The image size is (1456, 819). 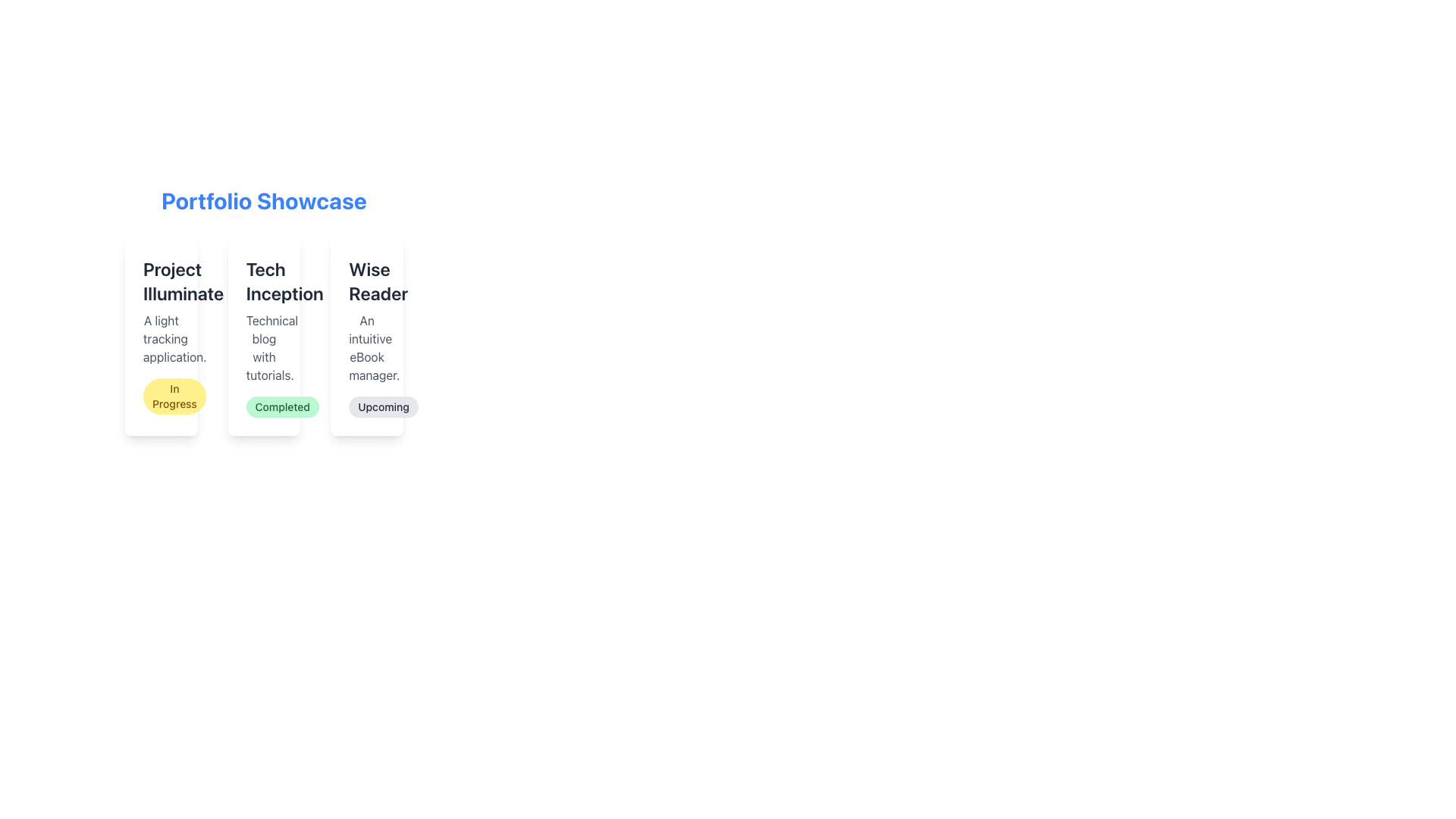 I want to click on the text label displaying 'A light tracking application.' which is styled in gray font and positioned below the 'Project Illuminate' title, so click(x=161, y=338).